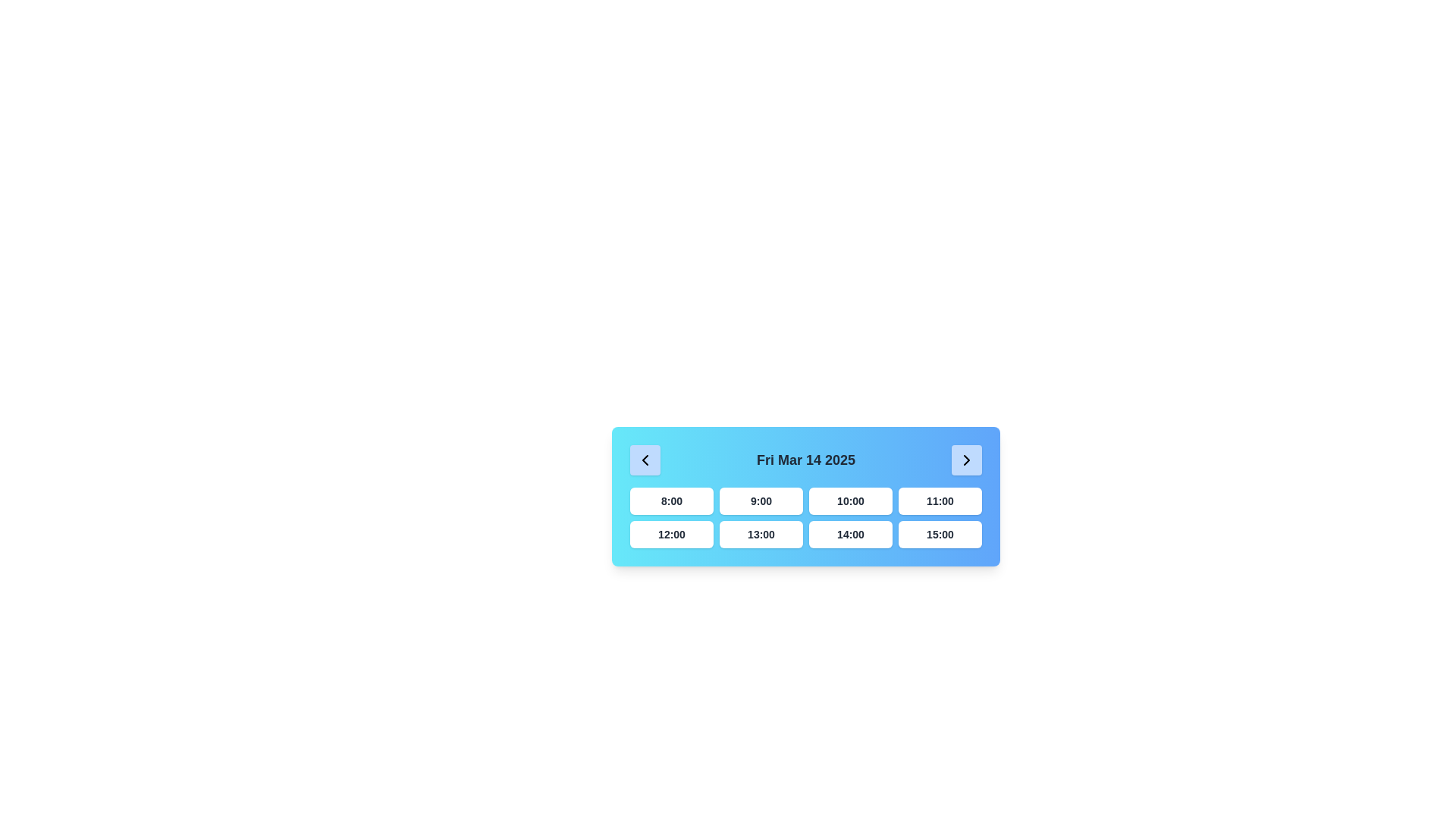 The width and height of the screenshot is (1456, 819). What do you see at coordinates (761, 500) in the screenshot?
I see `the second button in the first row of a 4x2 grid layout` at bounding box center [761, 500].